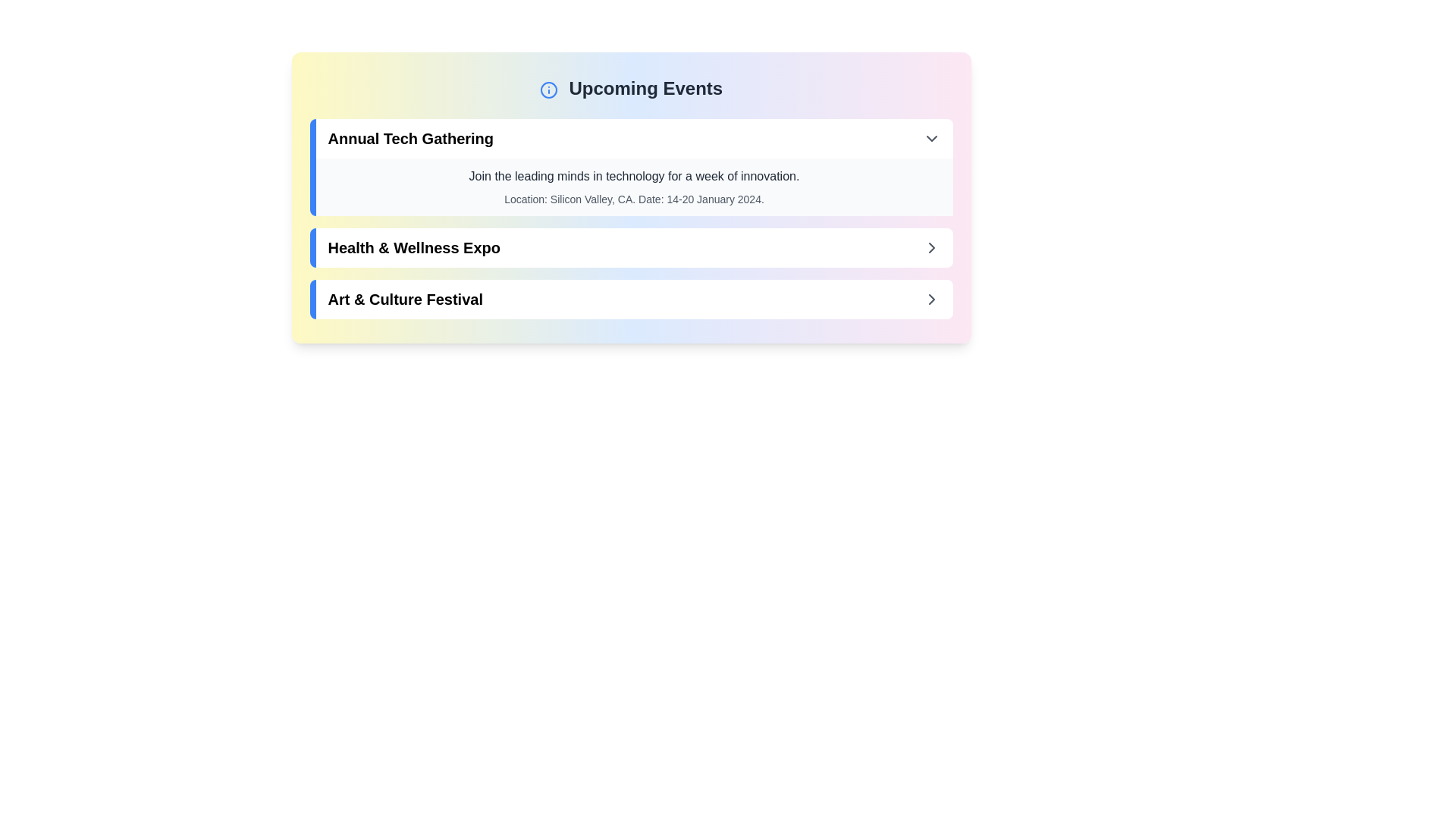 Image resolution: width=1456 pixels, height=819 pixels. What do you see at coordinates (634, 186) in the screenshot?
I see `the informational text block that states 'Join the leading minds in technology for a week of innovation.' with location details below it, located beneath the 'Annual Tech Gathering' header` at bounding box center [634, 186].